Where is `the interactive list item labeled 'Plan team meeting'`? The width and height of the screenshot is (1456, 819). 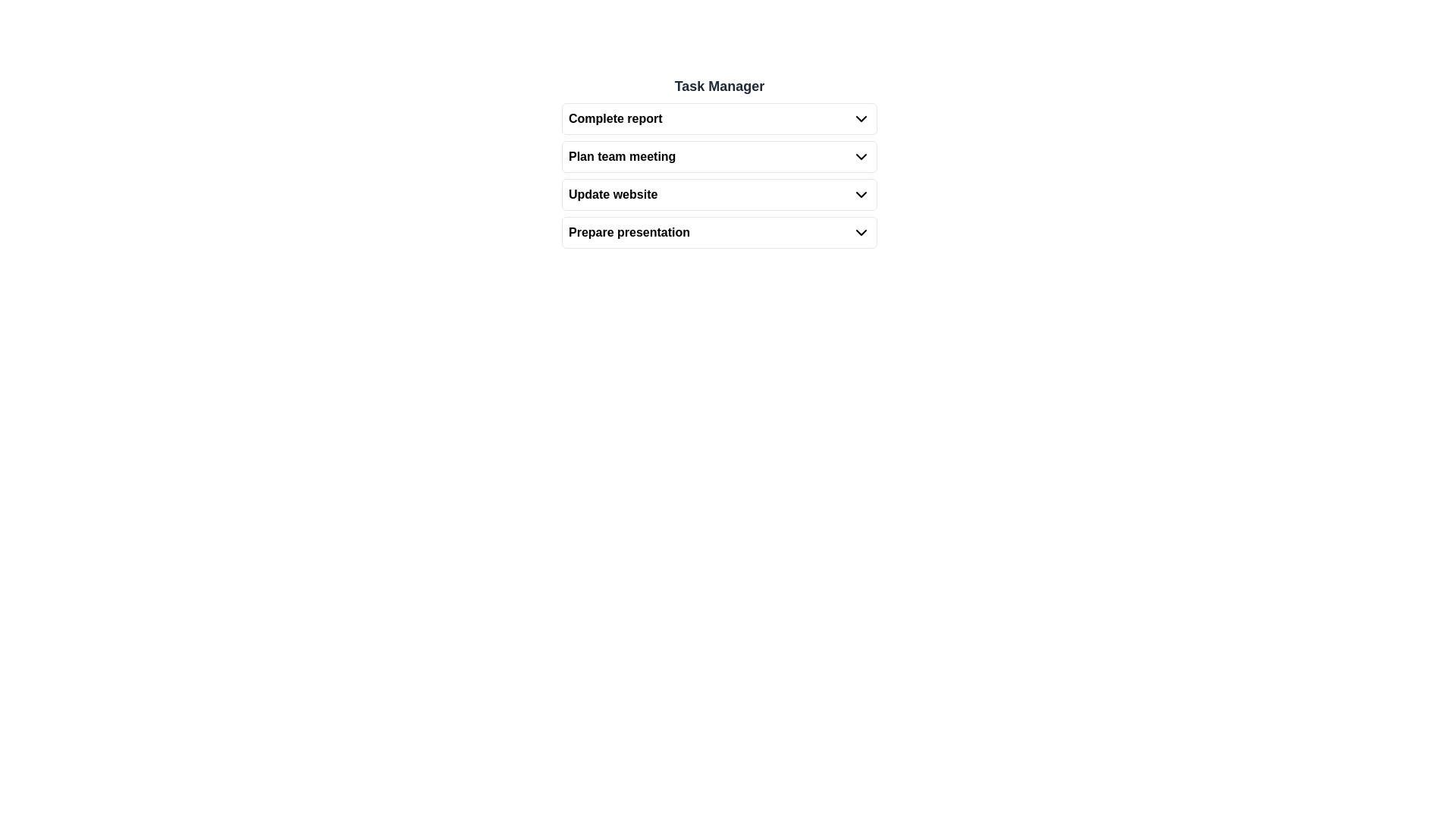 the interactive list item labeled 'Plan team meeting' is located at coordinates (719, 162).